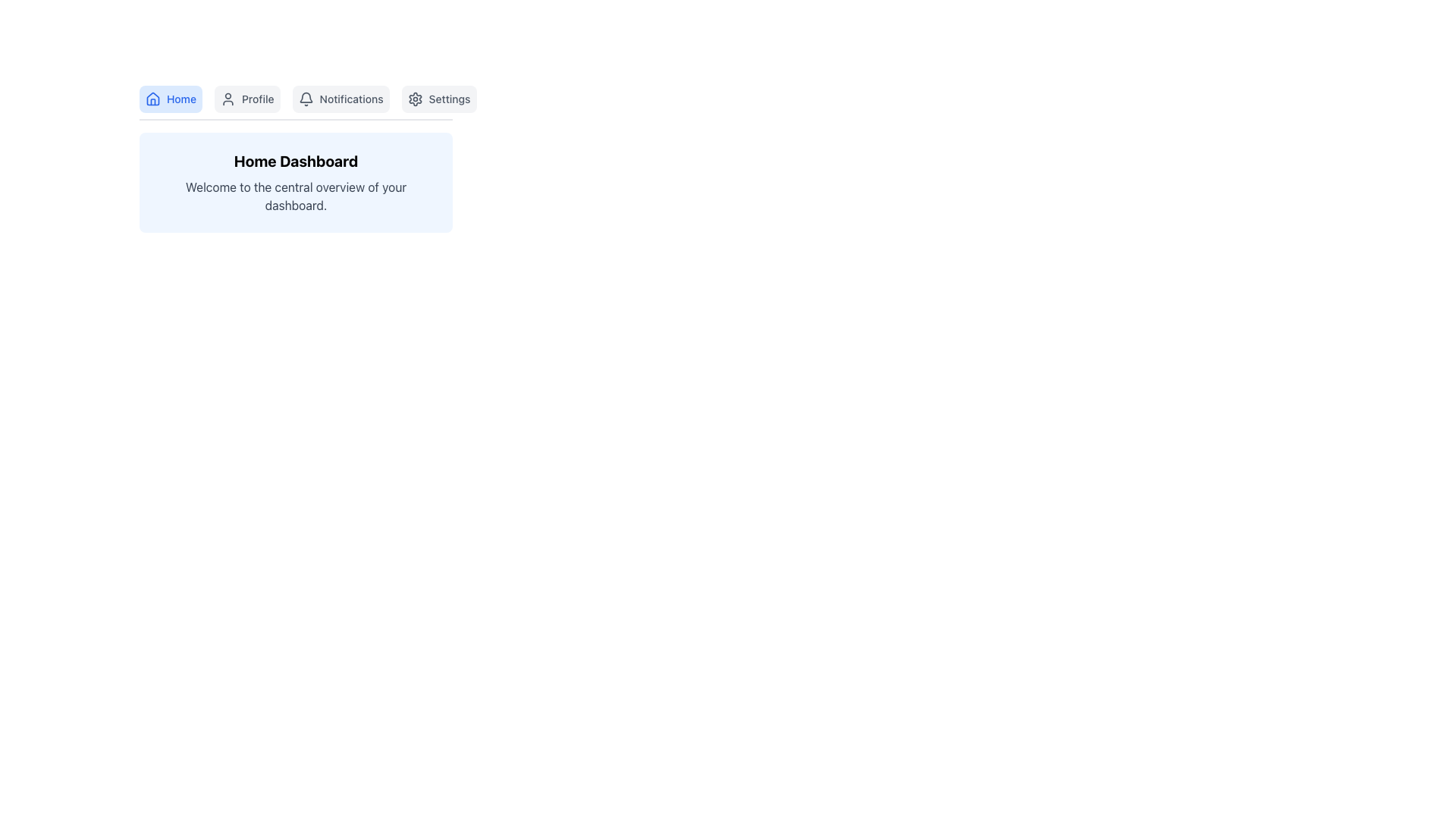 Image resolution: width=1456 pixels, height=819 pixels. Describe the element at coordinates (171, 99) in the screenshot. I see `the 'Home' navigation button located at the top-left corner of the interface` at that location.